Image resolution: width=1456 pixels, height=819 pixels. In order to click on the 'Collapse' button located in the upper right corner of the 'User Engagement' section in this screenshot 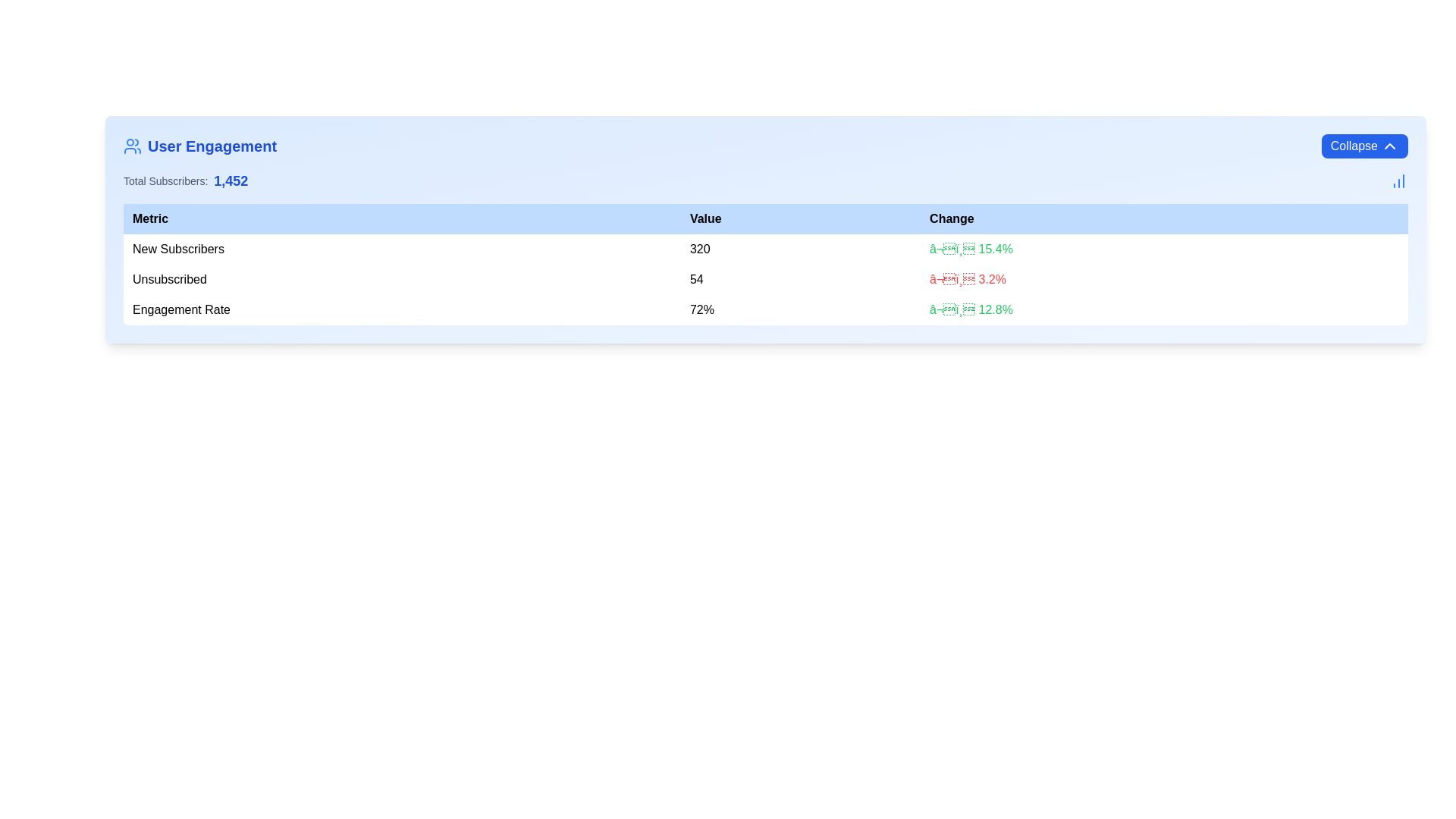, I will do `click(1364, 146)`.